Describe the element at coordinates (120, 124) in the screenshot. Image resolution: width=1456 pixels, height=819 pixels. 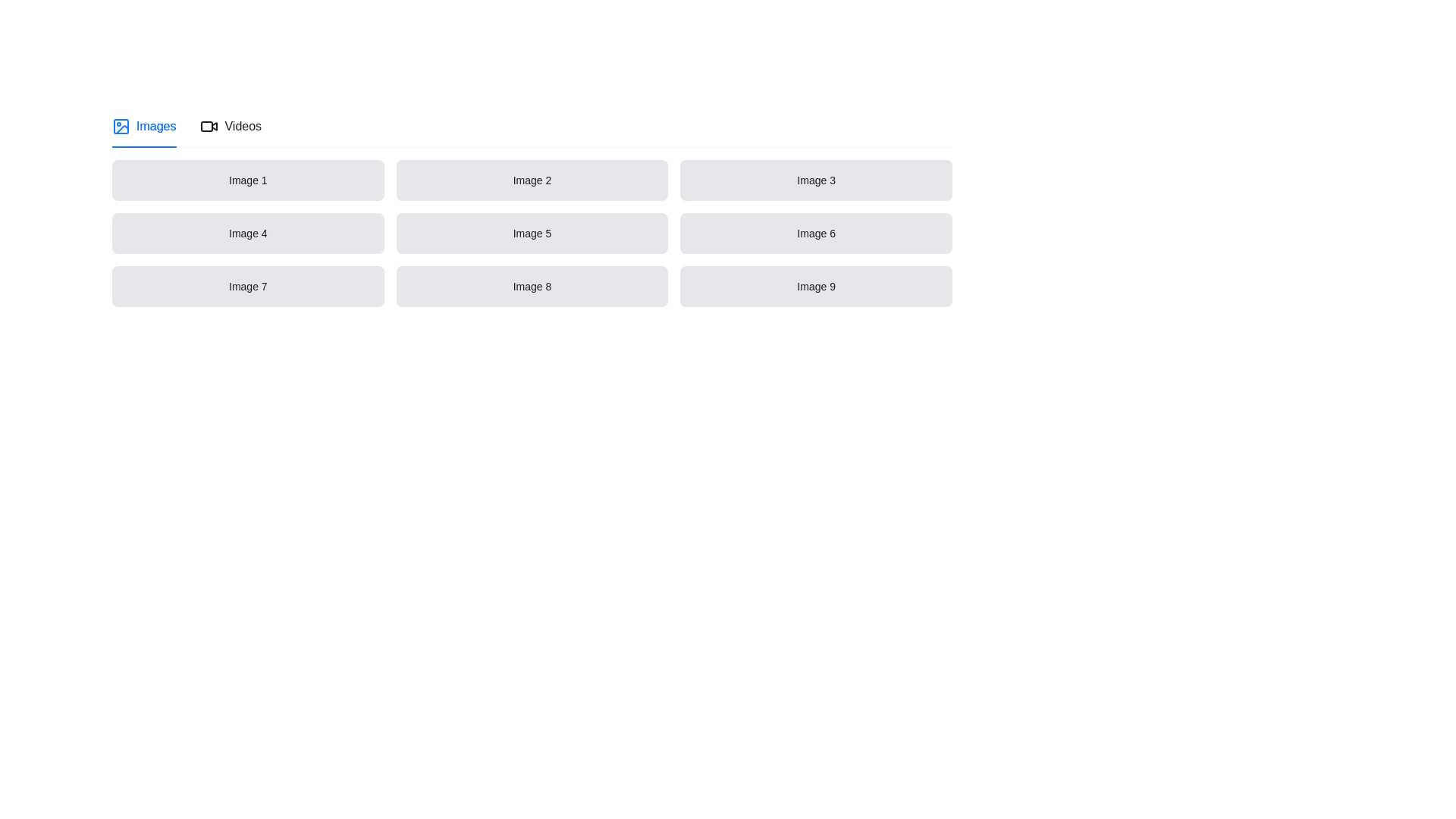
I see `the rounded square SVG icon` at that location.